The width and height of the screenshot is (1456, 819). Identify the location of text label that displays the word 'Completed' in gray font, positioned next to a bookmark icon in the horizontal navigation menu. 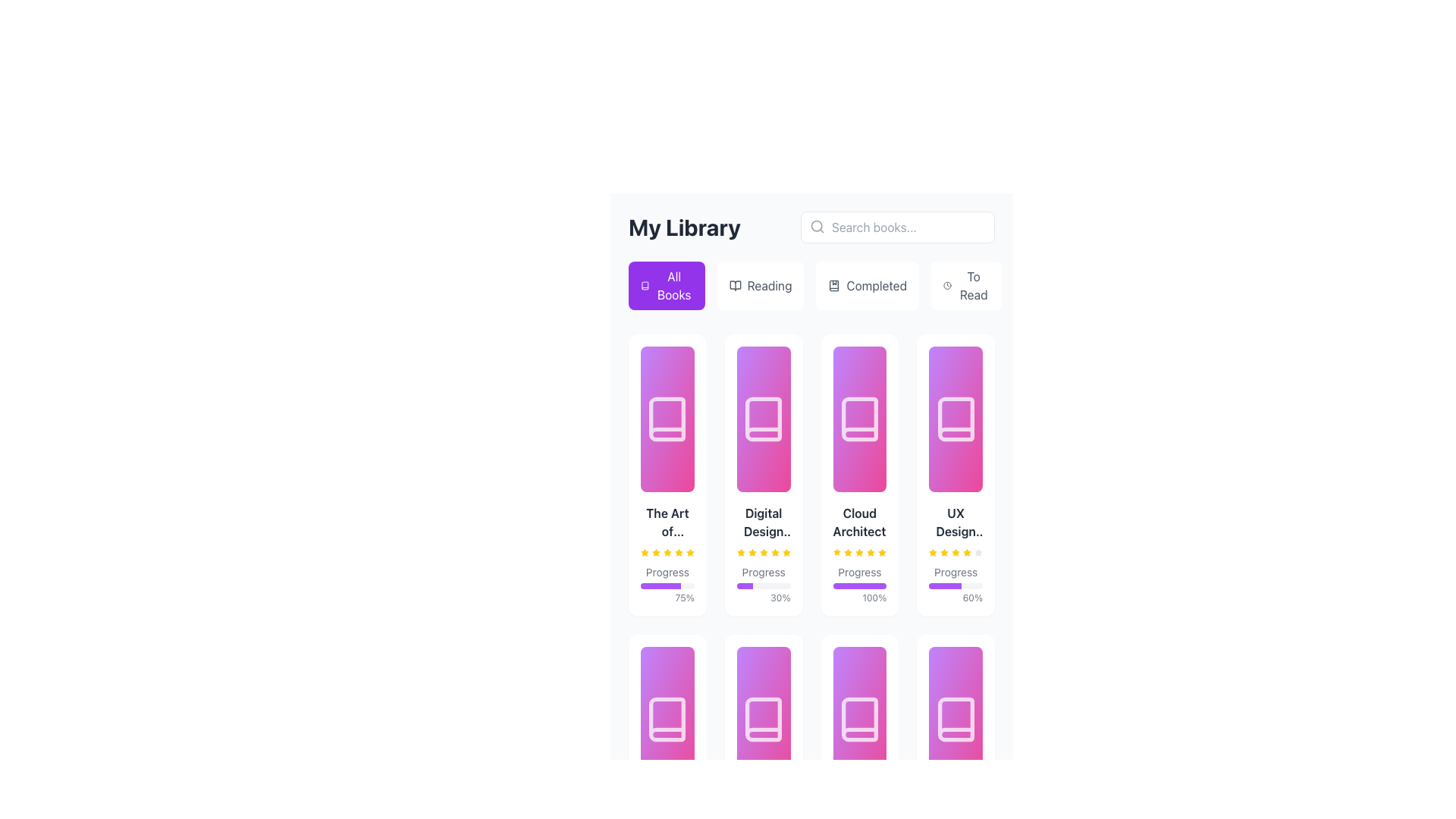
(877, 286).